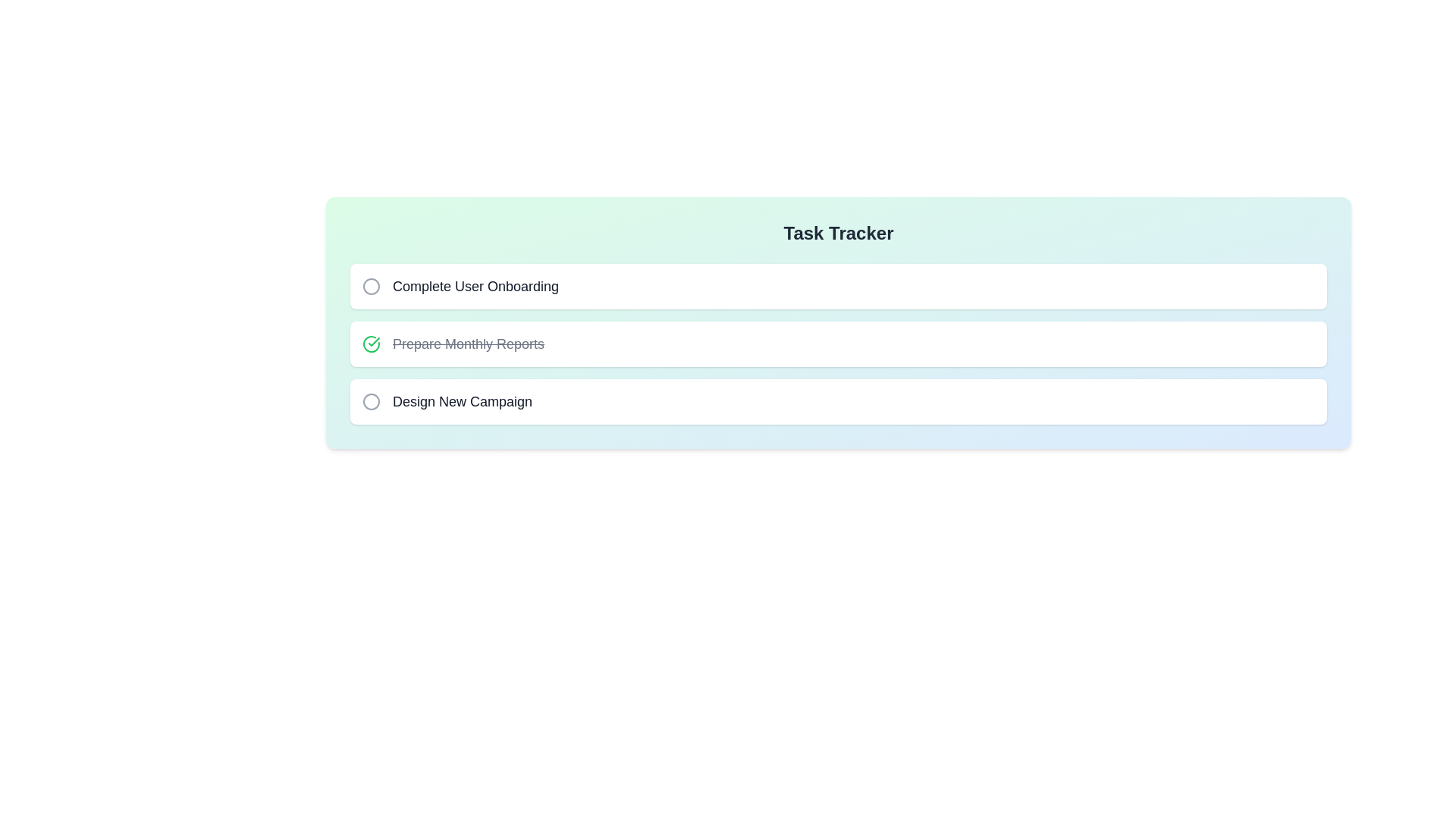 The height and width of the screenshot is (819, 1456). I want to click on the task name Design New Campaign to copy it, so click(461, 400).